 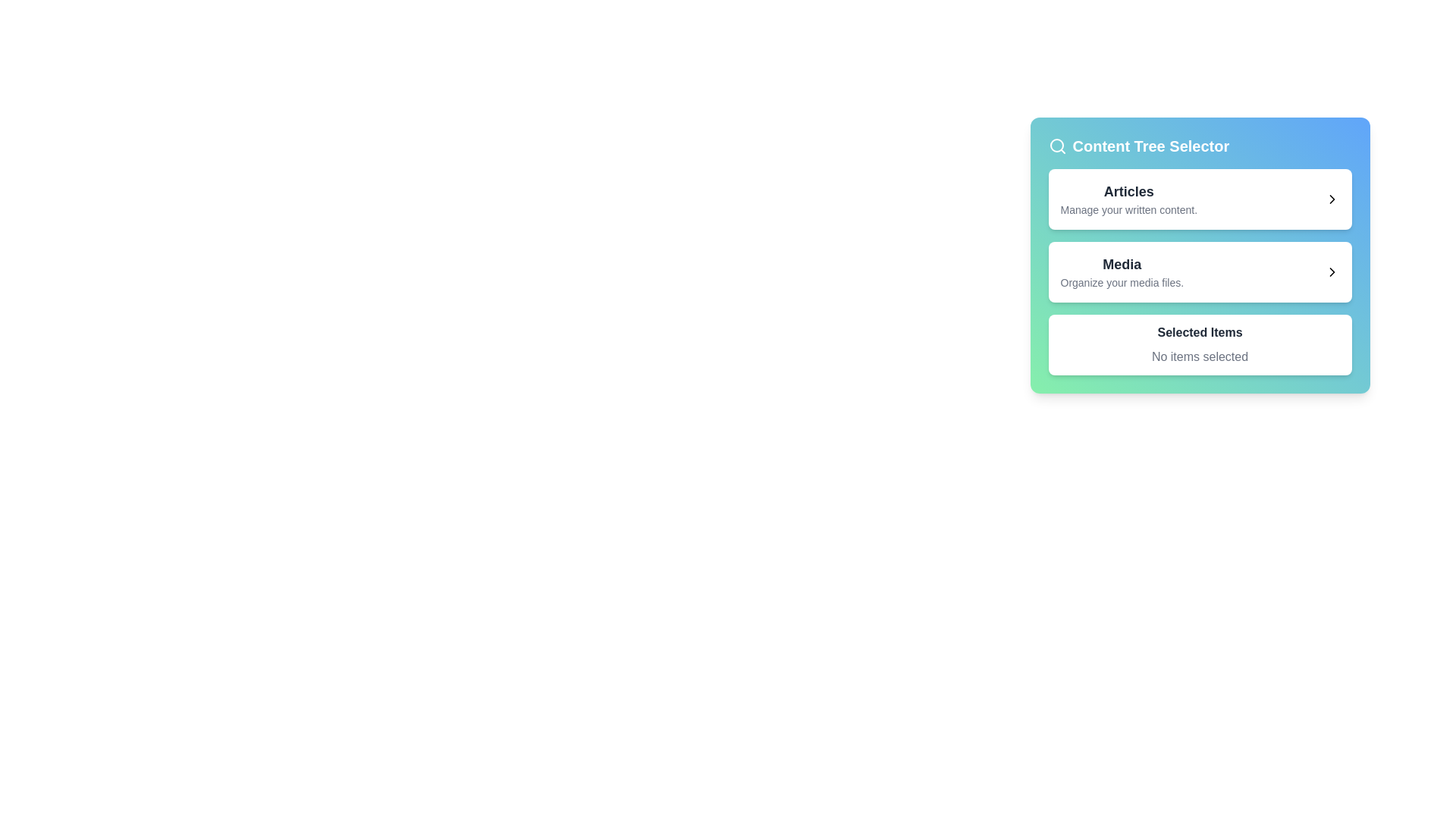 What do you see at coordinates (1128, 198) in the screenshot?
I see `the text block within the first clickable card below the 'Content Tree Selector' title` at bounding box center [1128, 198].